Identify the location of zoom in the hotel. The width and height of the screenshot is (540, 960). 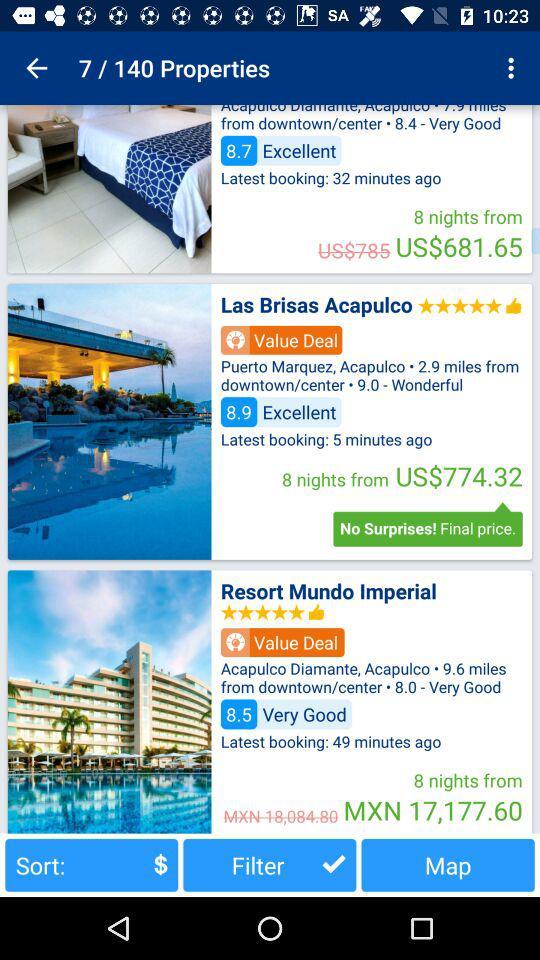
(109, 701).